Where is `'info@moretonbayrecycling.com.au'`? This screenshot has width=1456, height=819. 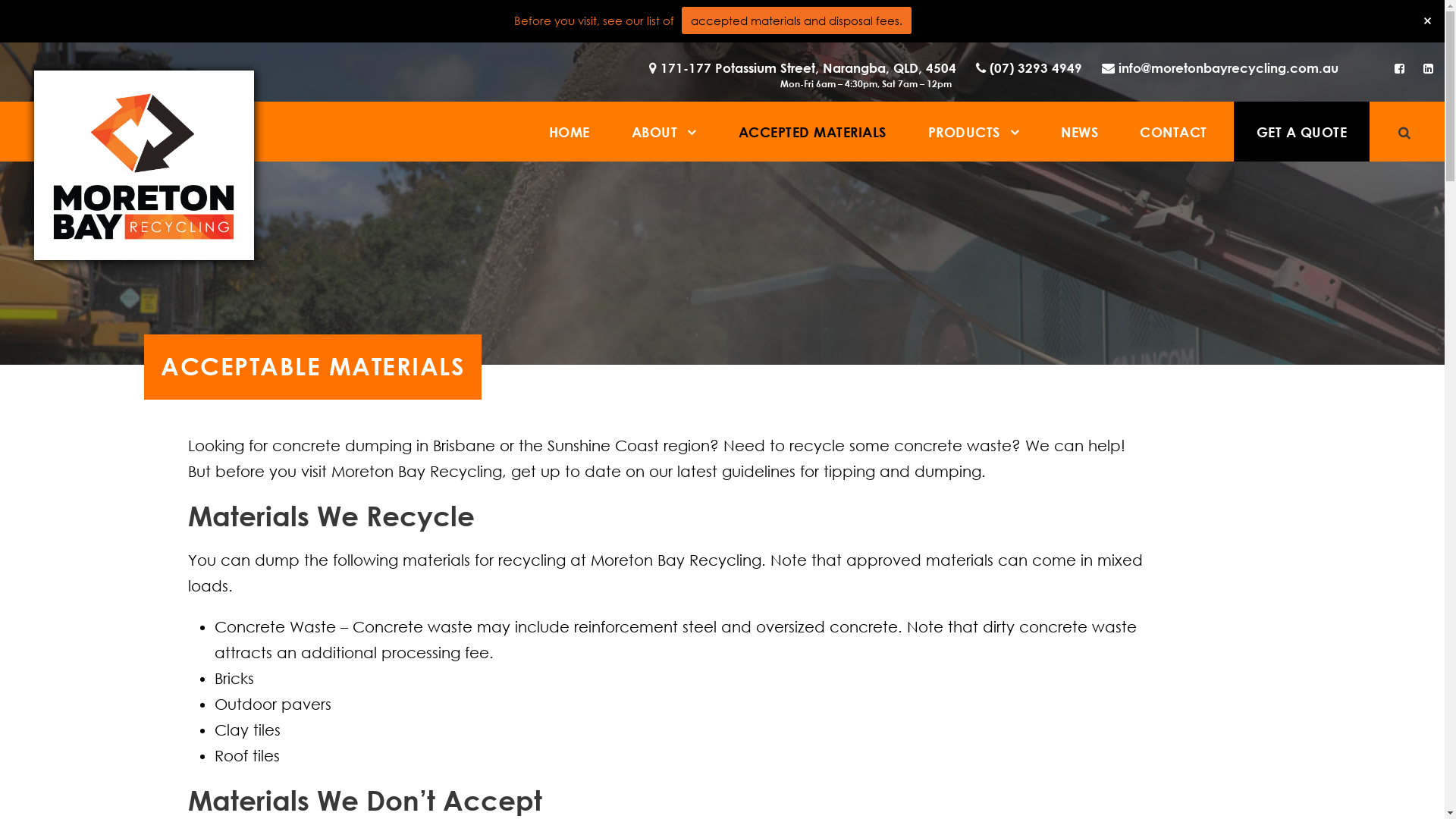
'info@moretonbayrecycling.com.au' is located at coordinates (1216, 75).